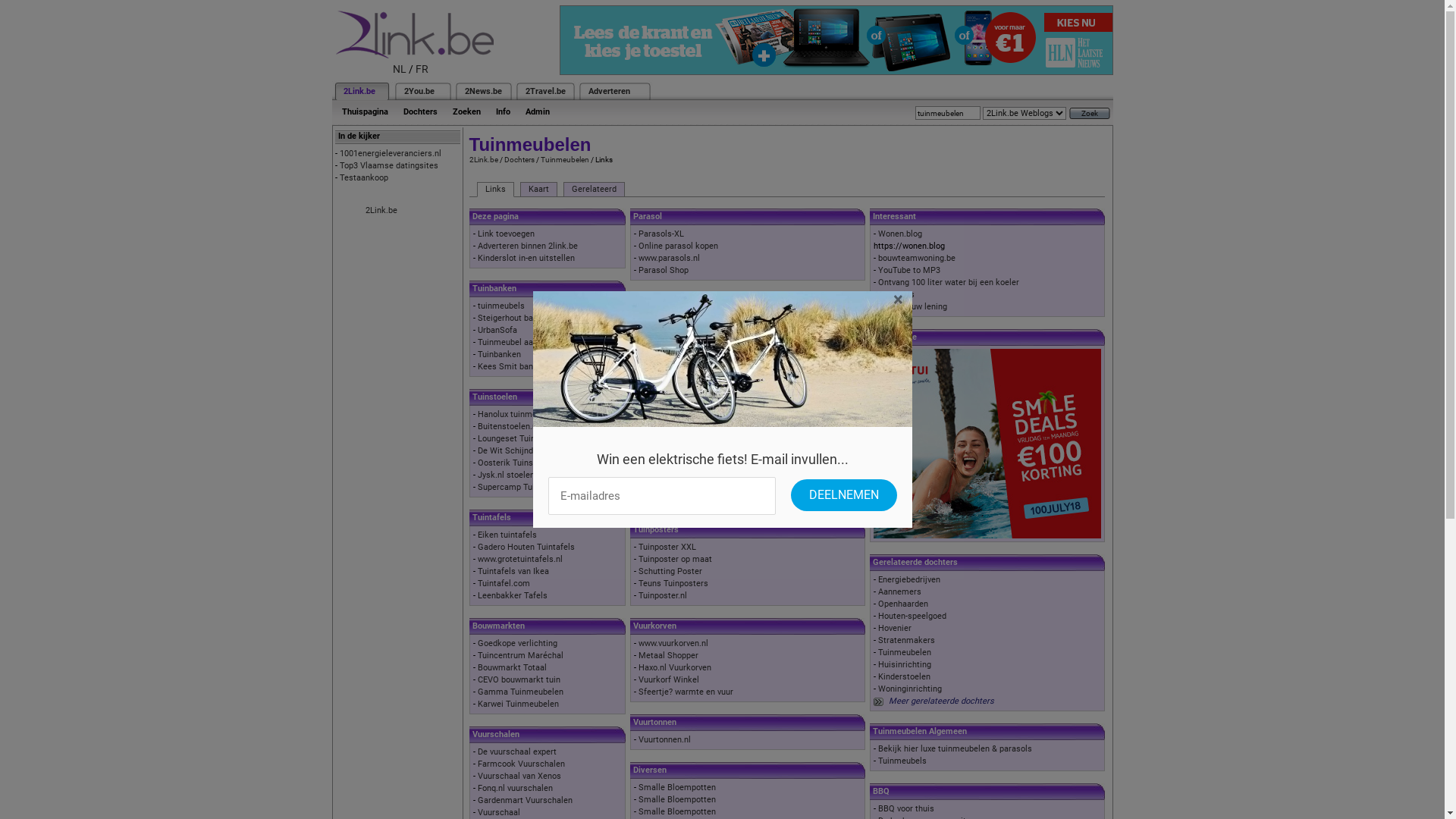  What do you see at coordinates (393, 69) in the screenshot?
I see `'NL'` at bounding box center [393, 69].